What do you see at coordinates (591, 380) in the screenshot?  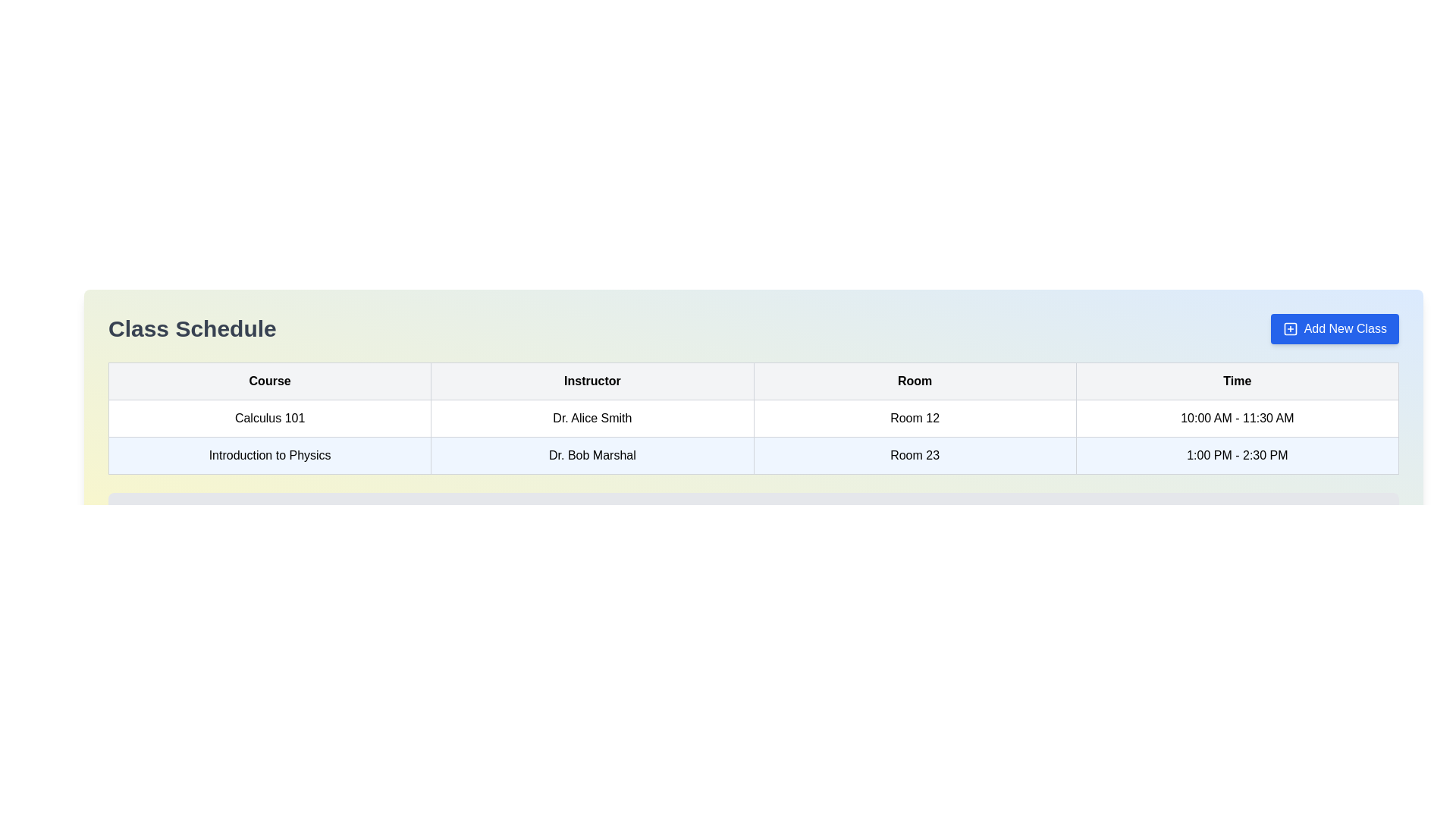 I see `the 'Instructor' header text element, which is the second column header in a four-column table layout, styled with a light gray background and bordered` at bounding box center [591, 380].